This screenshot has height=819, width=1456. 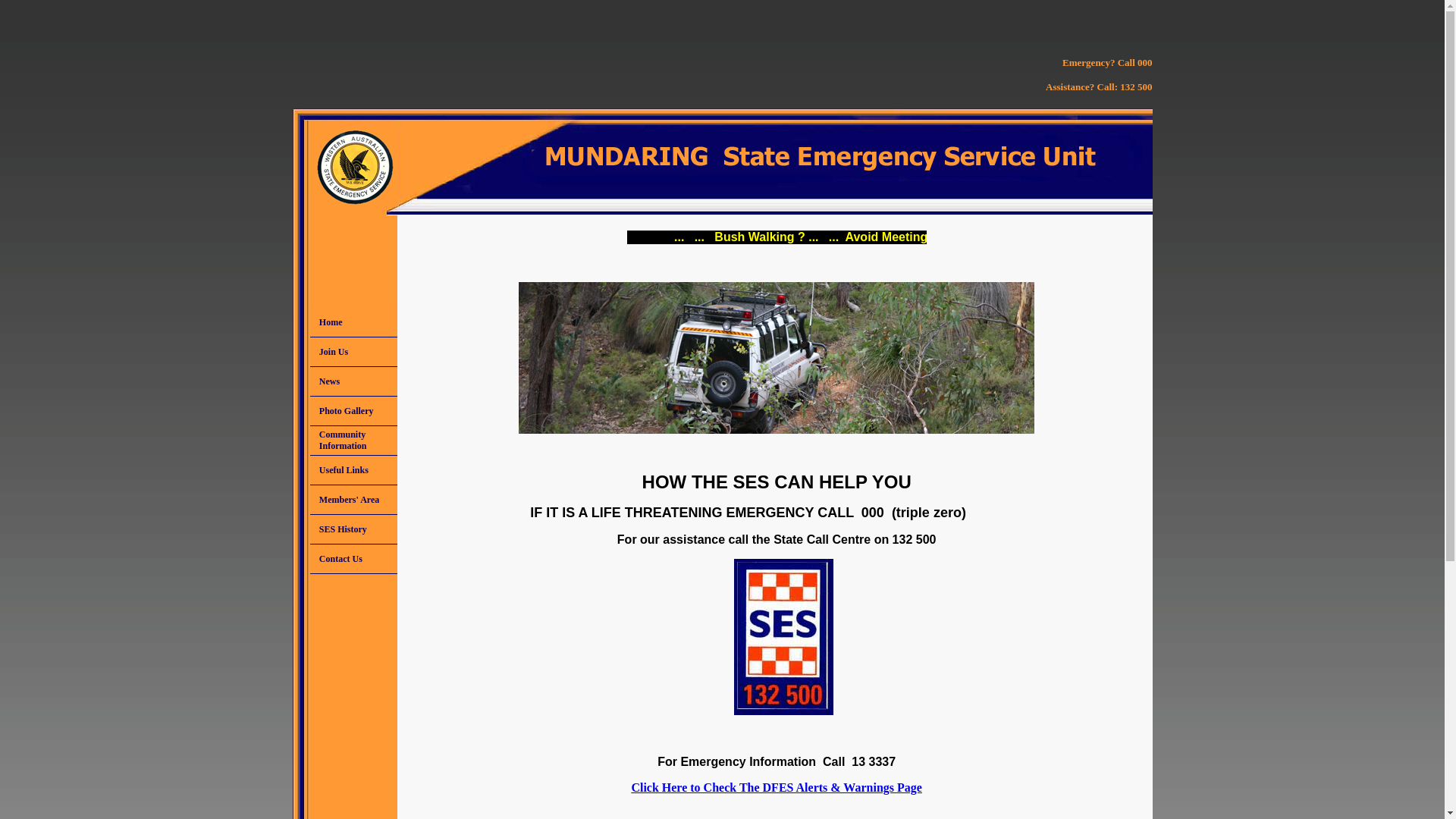 What do you see at coordinates (776, 786) in the screenshot?
I see `'Click Here to Check The DFES Alerts & Warnings Page'` at bounding box center [776, 786].